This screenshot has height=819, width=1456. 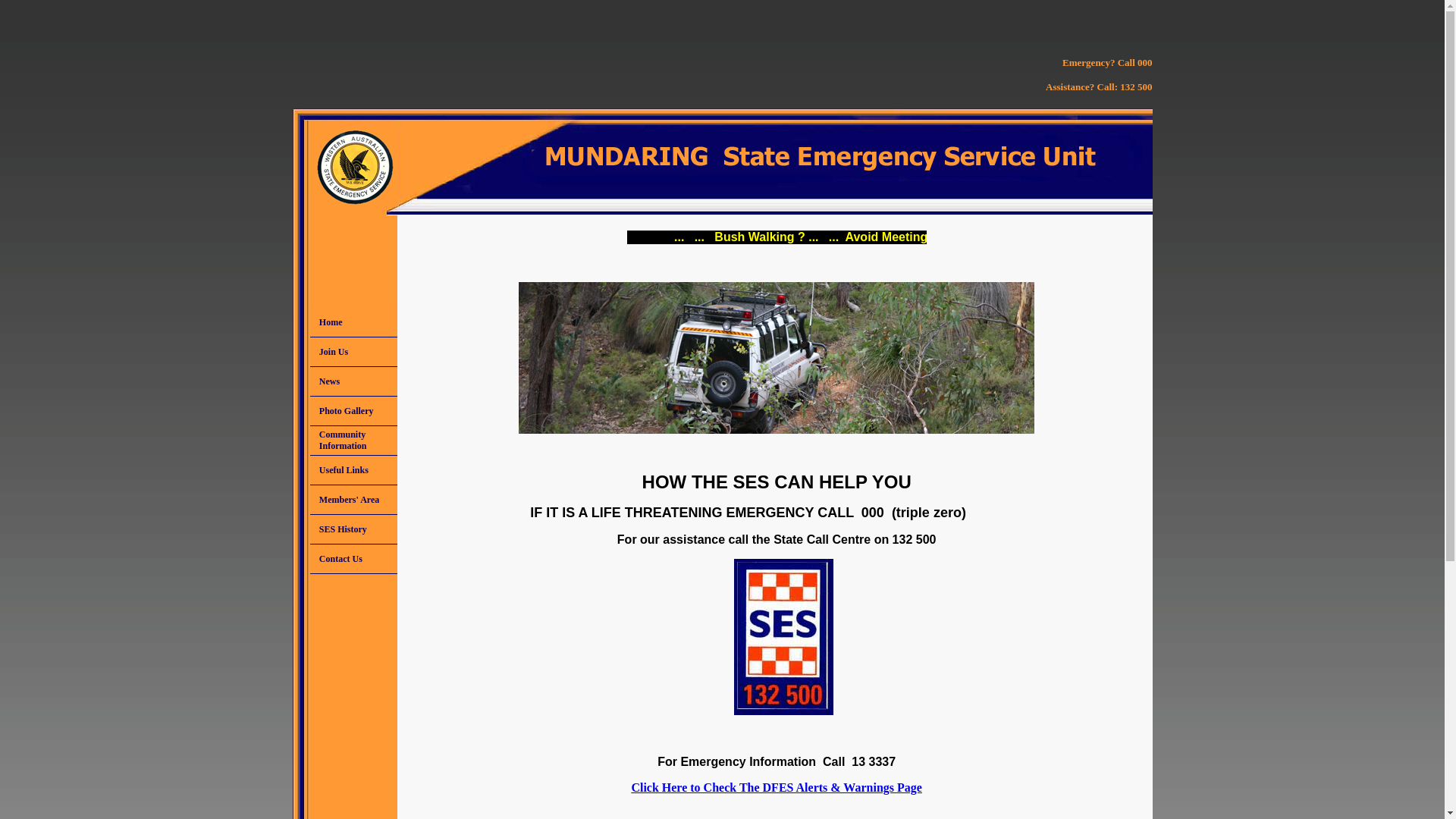 What do you see at coordinates (776, 786) in the screenshot?
I see `'Click Here to Check The DFES Alerts & Warnings Page'` at bounding box center [776, 786].